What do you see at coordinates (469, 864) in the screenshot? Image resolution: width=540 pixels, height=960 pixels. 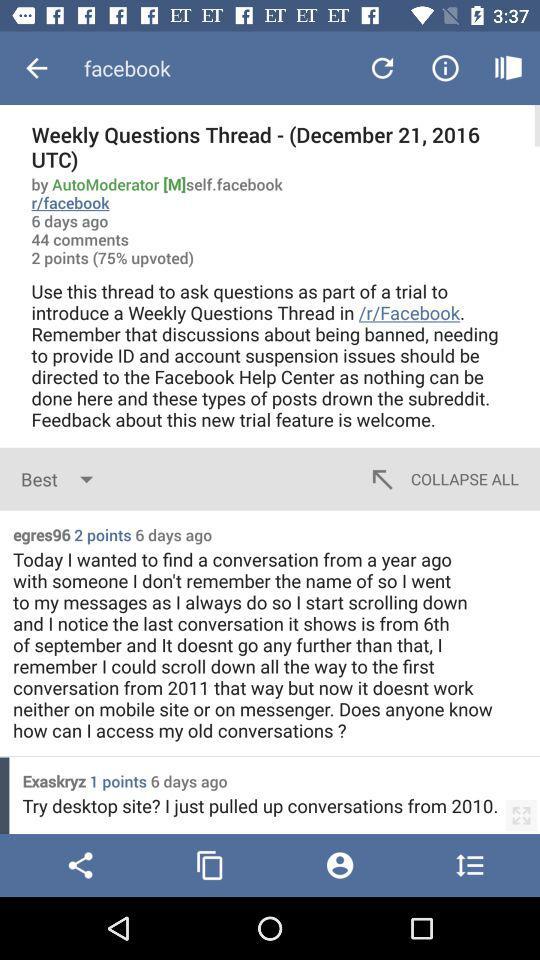 I see `the list icon` at bounding box center [469, 864].